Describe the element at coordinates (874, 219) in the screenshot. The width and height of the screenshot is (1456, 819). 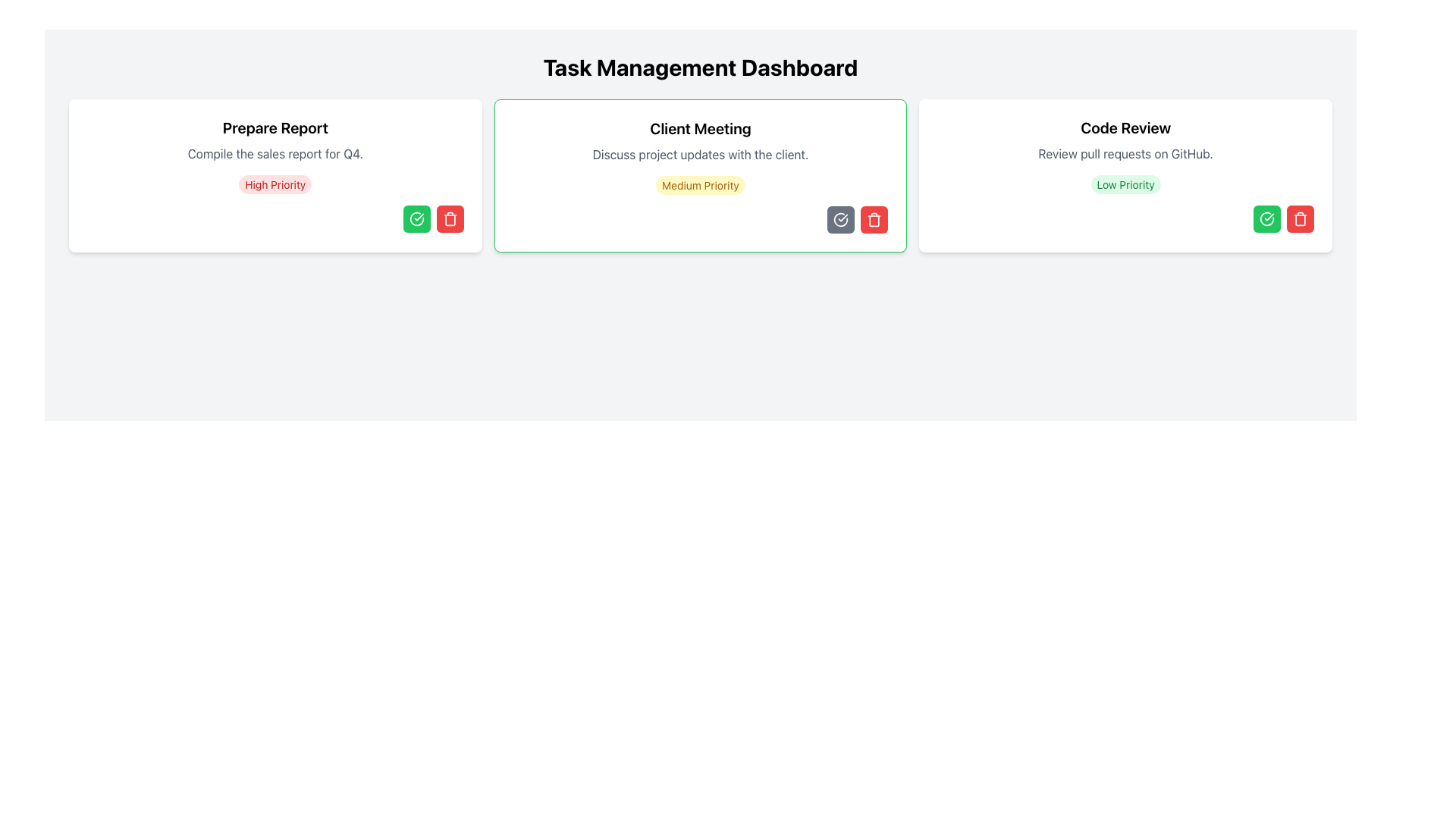
I see `the red trash can icon button located in the 'Client Meeting' task card` at that location.